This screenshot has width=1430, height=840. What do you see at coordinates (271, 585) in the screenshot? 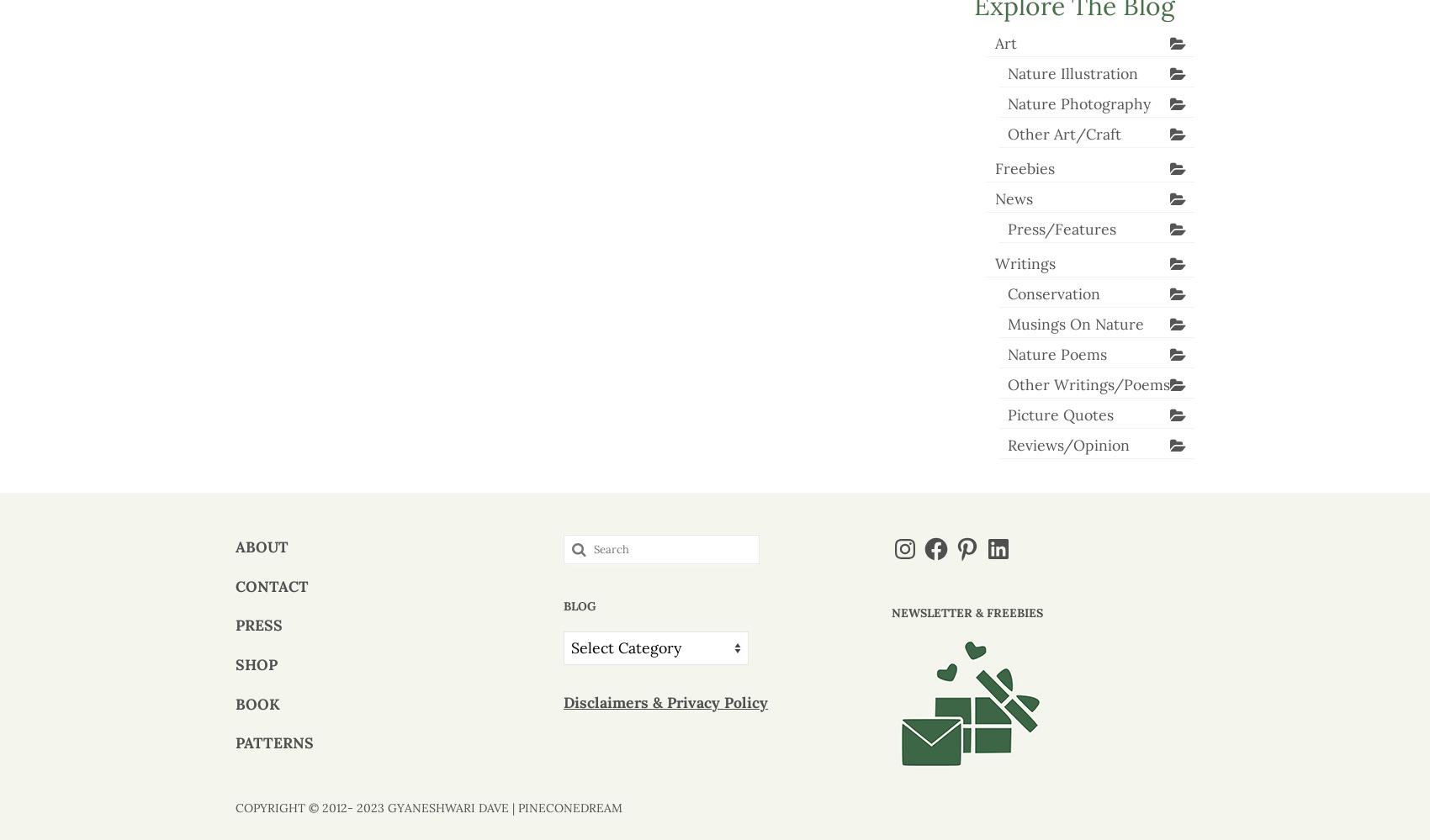
I see `'CONTACT'` at bounding box center [271, 585].